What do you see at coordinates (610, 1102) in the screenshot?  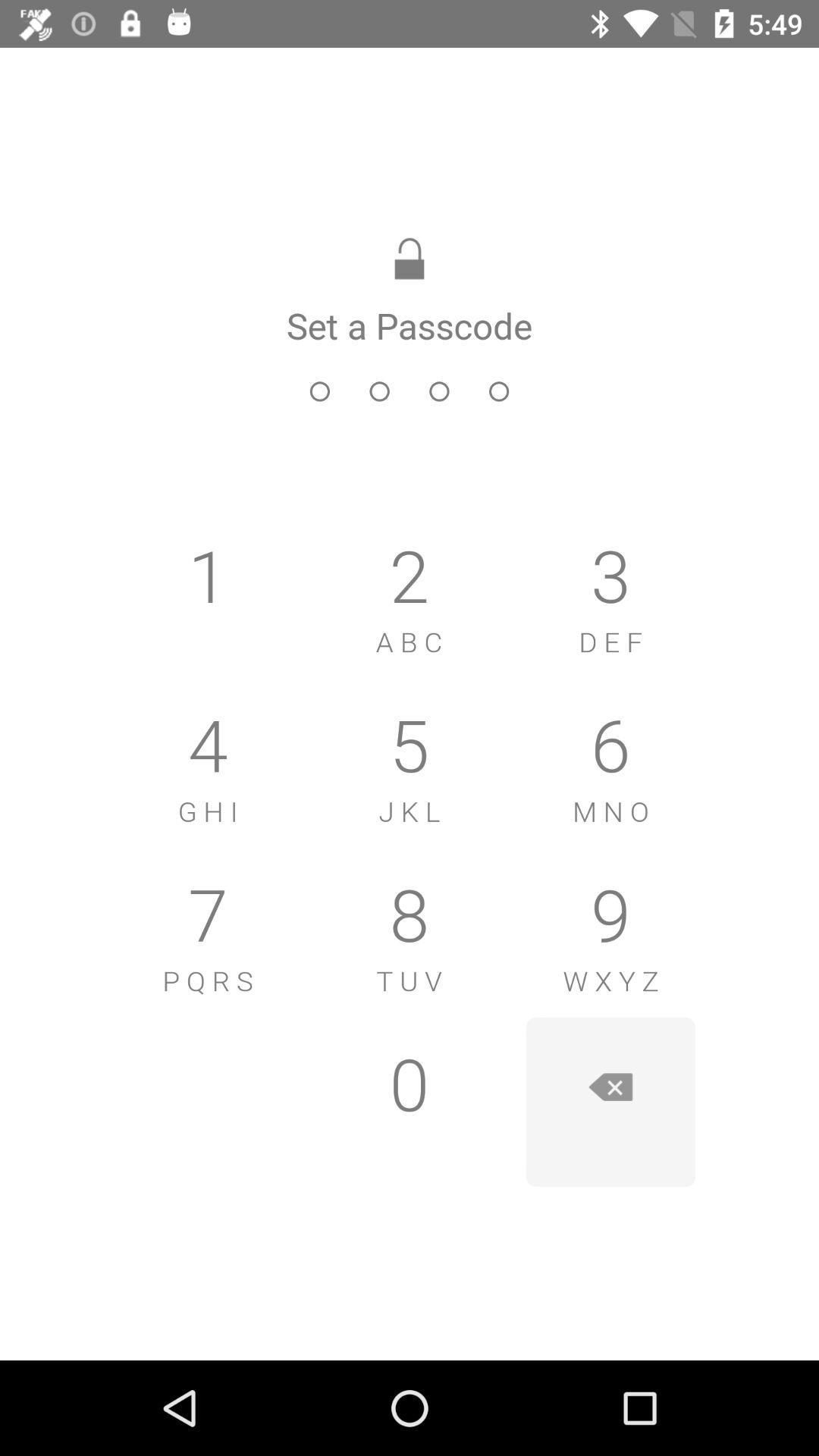 I see `the symbol next to zero` at bounding box center [610, 1102].